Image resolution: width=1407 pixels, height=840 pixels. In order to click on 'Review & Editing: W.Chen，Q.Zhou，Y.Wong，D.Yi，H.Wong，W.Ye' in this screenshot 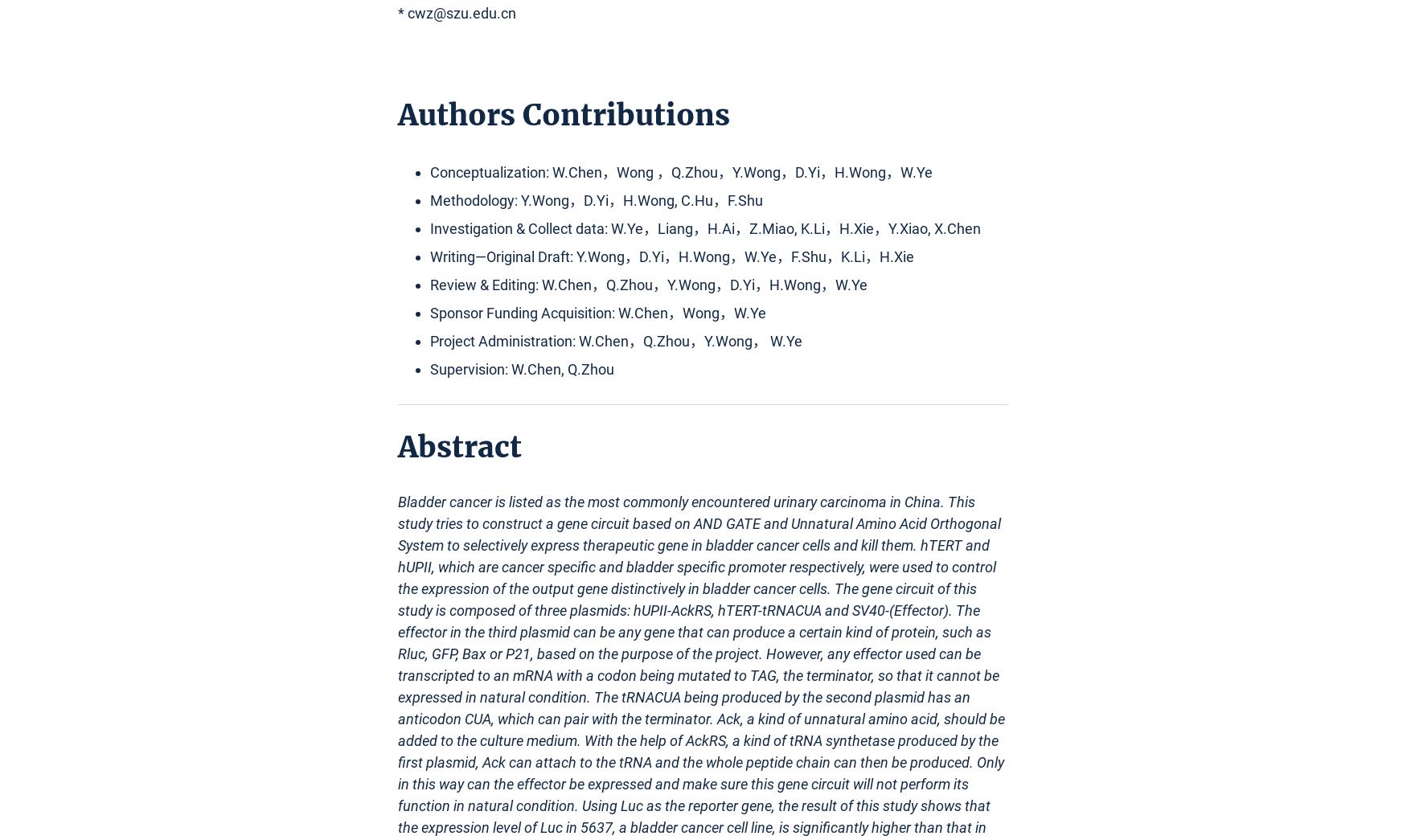, I will do `click(429, 284)`.